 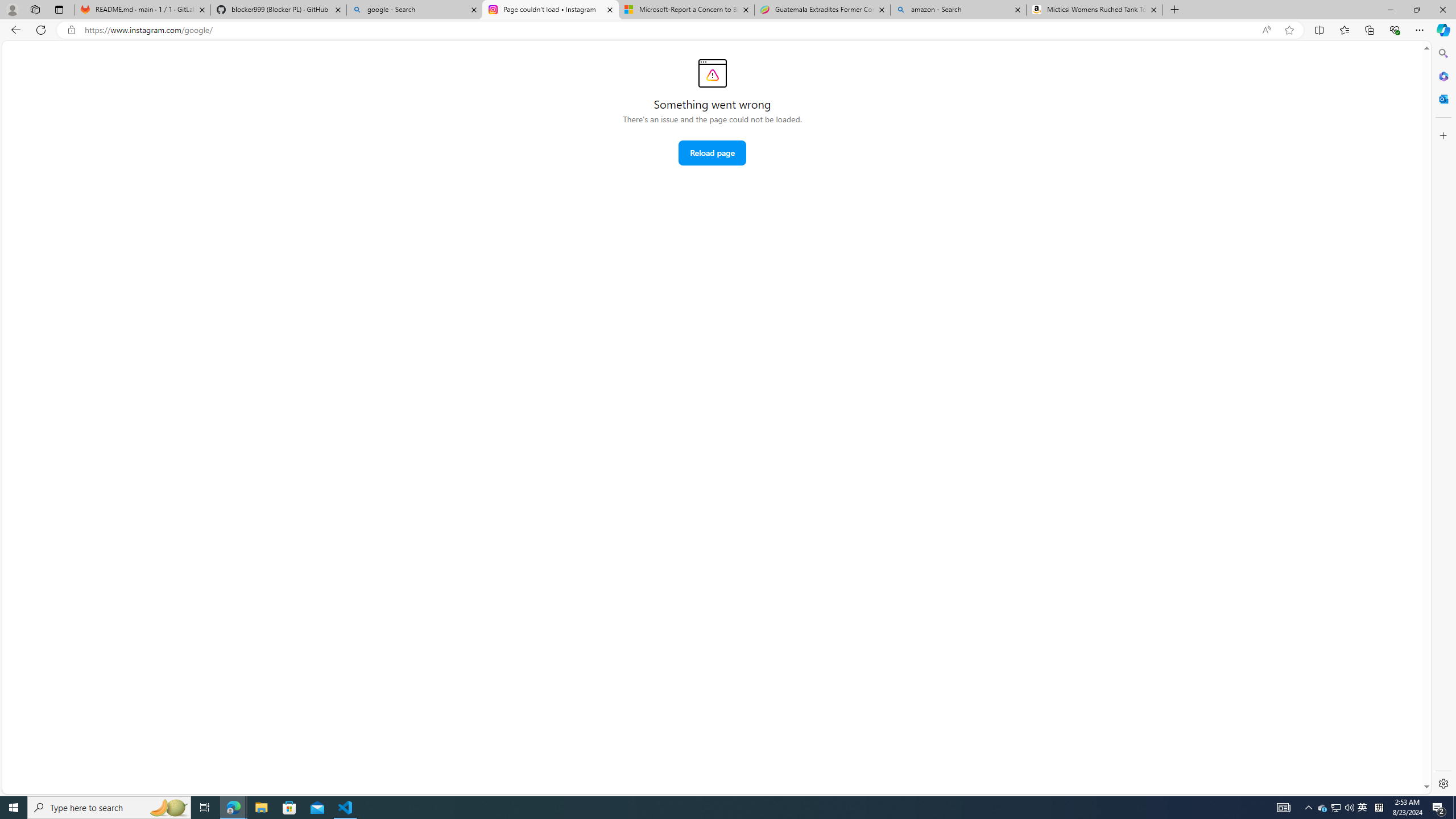 I want to click on 'Favorites', so click(x=1345, y=29).